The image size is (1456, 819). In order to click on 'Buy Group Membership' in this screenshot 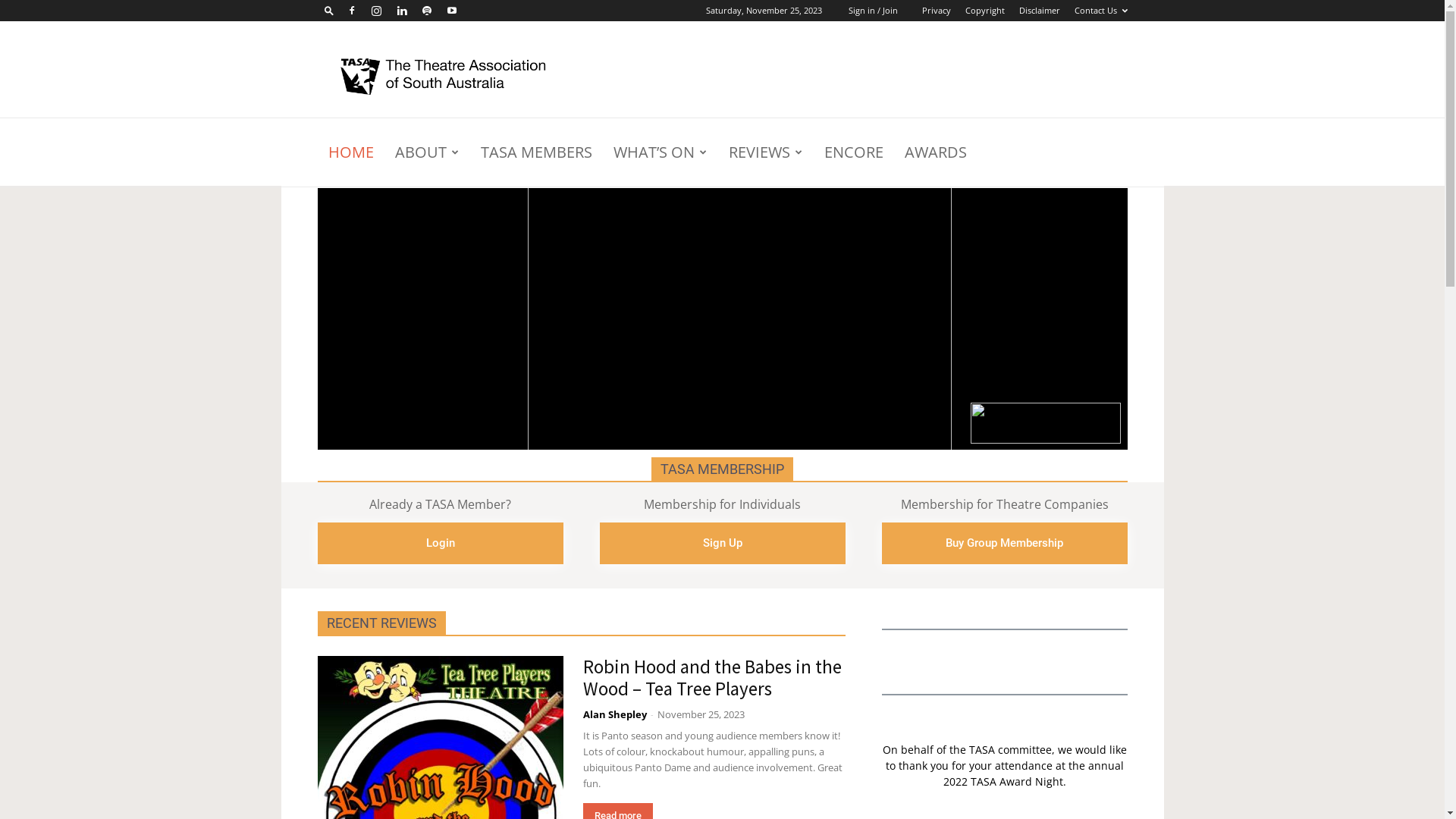, I will do `click(1004, 542)`.